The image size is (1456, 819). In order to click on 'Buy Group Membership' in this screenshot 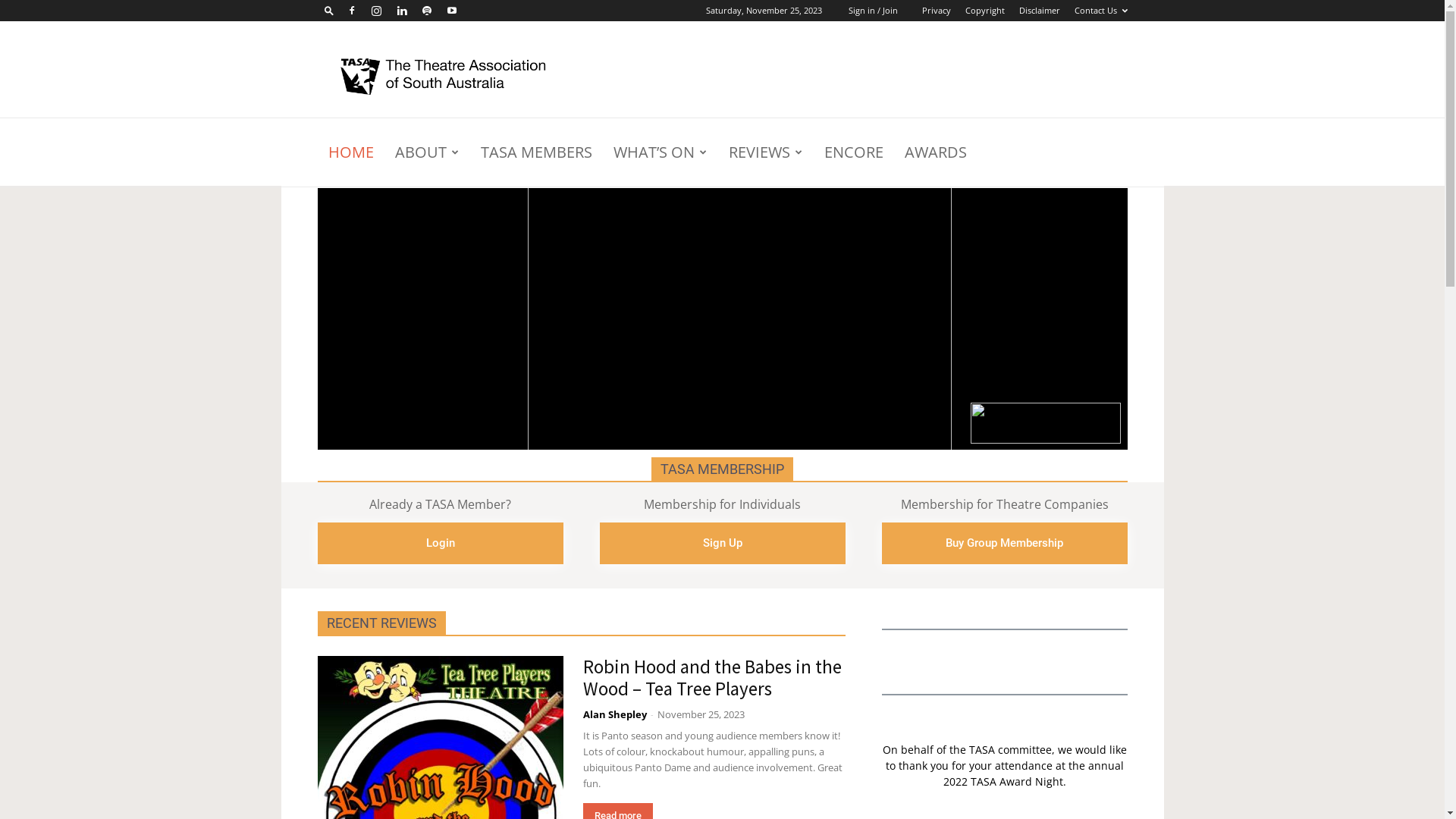, I will do `click(1004, 542)`.